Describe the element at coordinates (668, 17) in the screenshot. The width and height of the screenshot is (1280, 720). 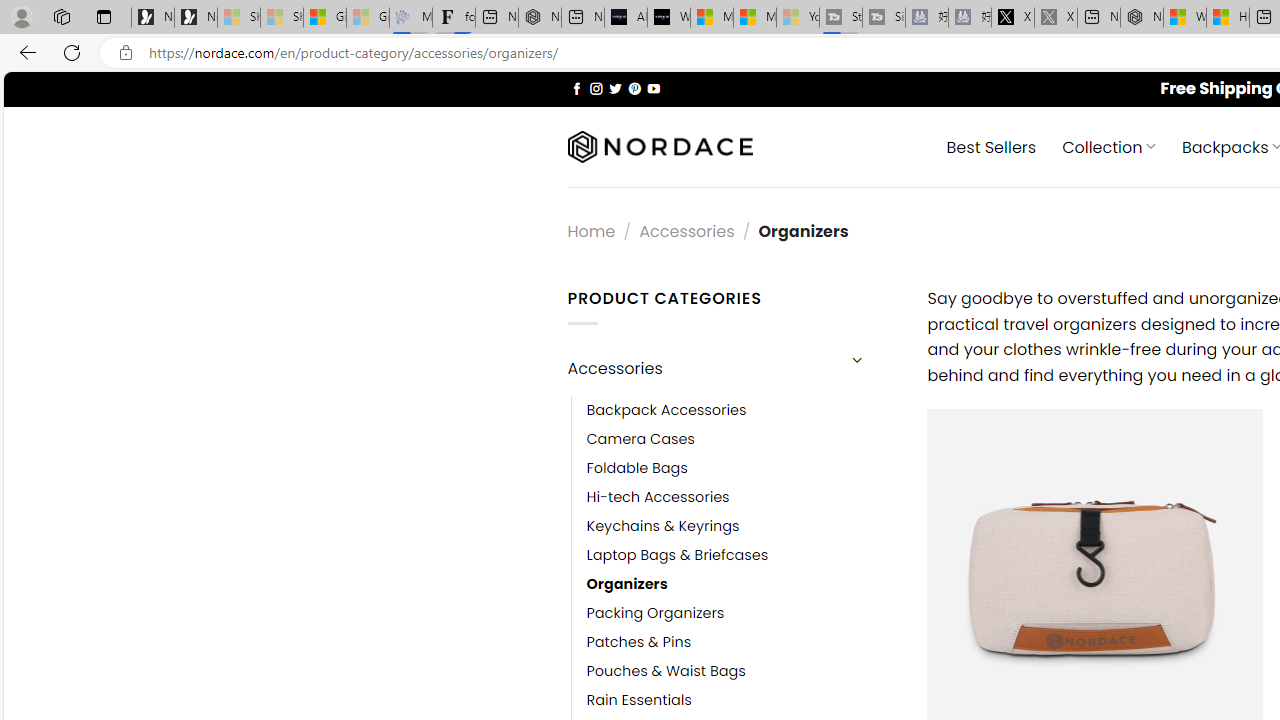
I see `'What'` at that location.